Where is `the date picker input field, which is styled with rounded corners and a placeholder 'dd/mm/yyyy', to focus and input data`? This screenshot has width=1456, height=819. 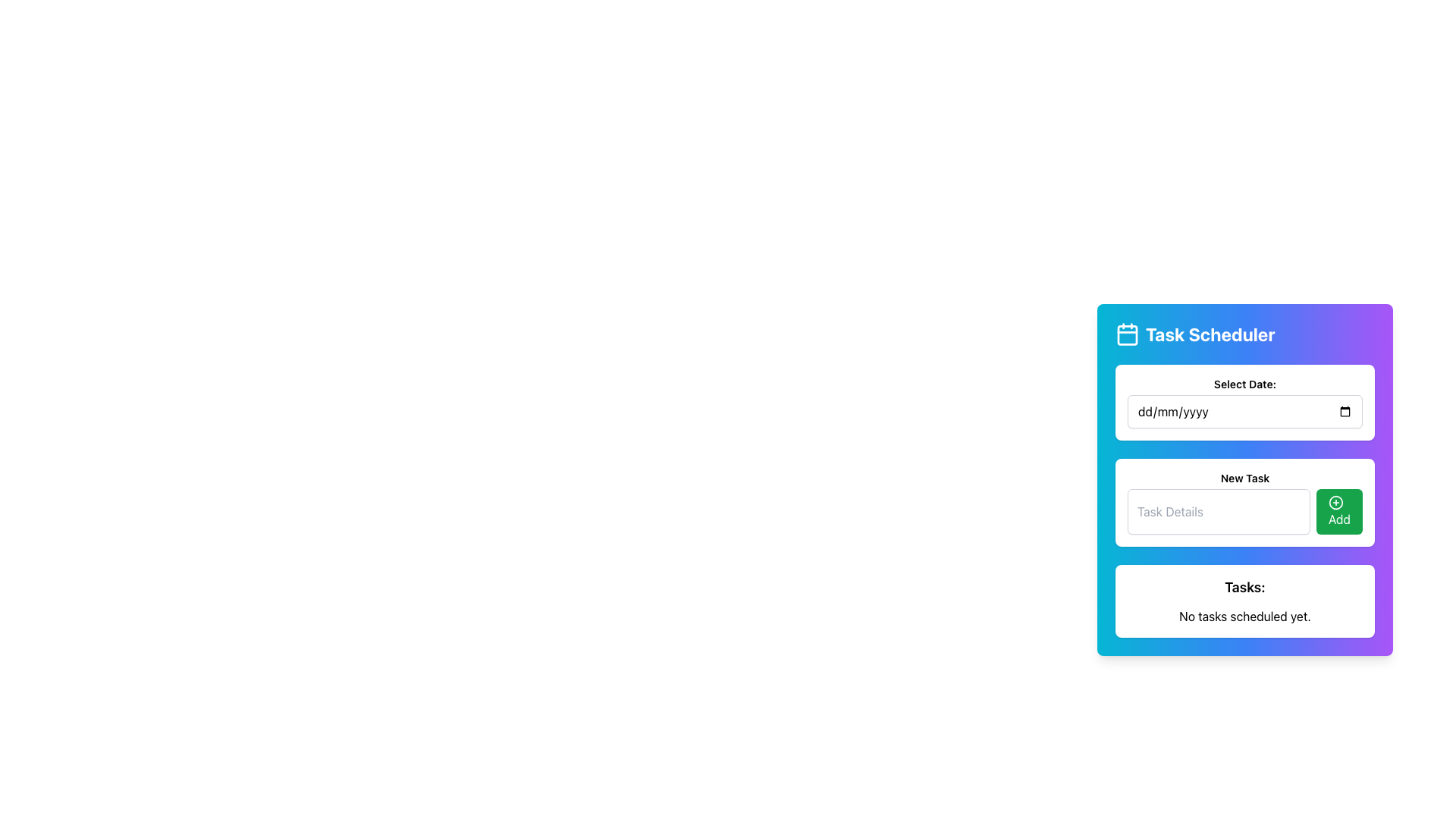 the date picker input field, which is styled with rounded corners and a placeholder 'dd/mm/yyyy', to focus and input data is located at coordinates (1244, 412).